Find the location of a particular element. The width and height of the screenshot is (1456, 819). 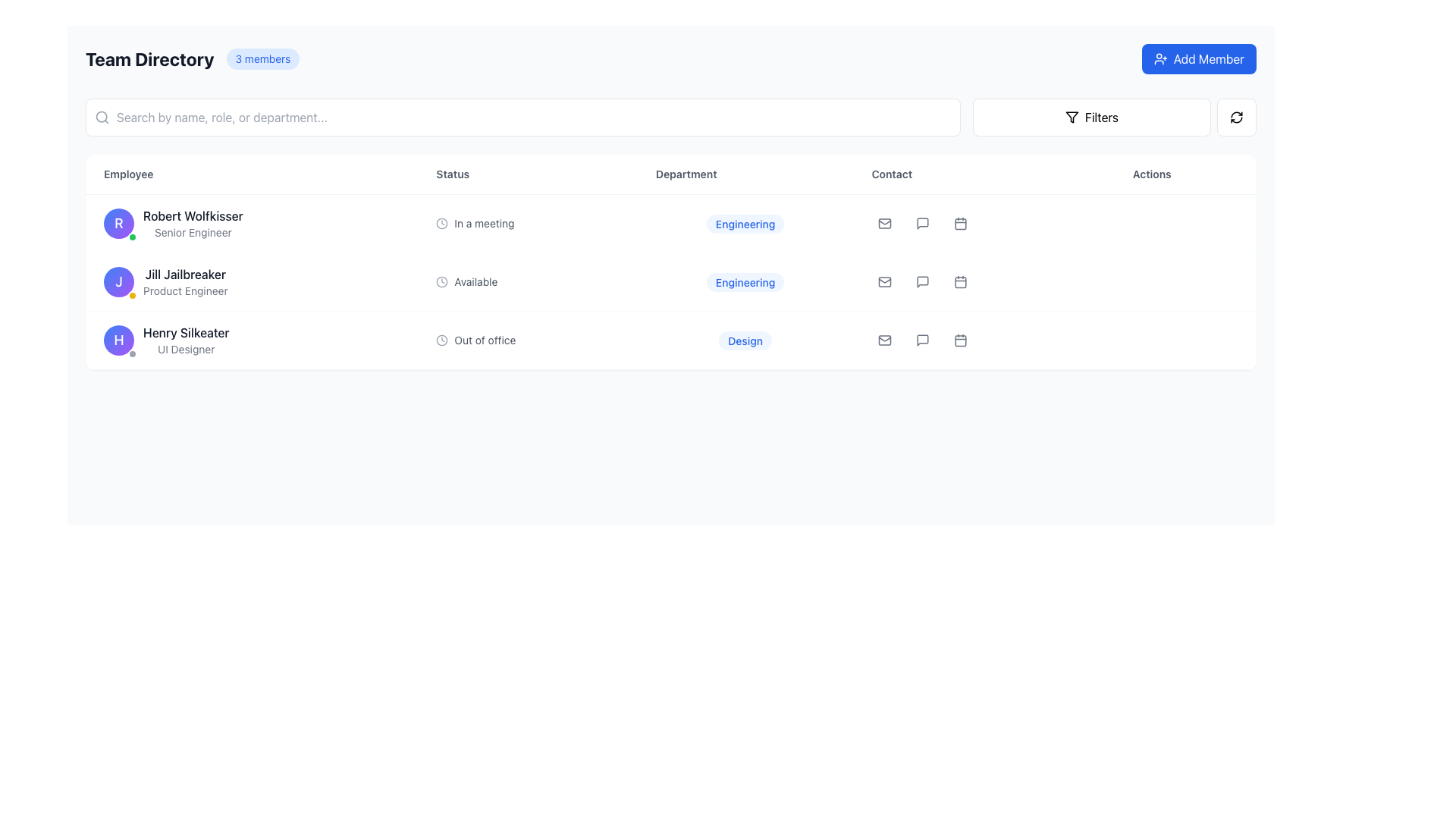

label text 'Design' located in the 'Department' column of the third row in the table corresponding to 'Henry Silkeater' is located at coordinates (745, 339).